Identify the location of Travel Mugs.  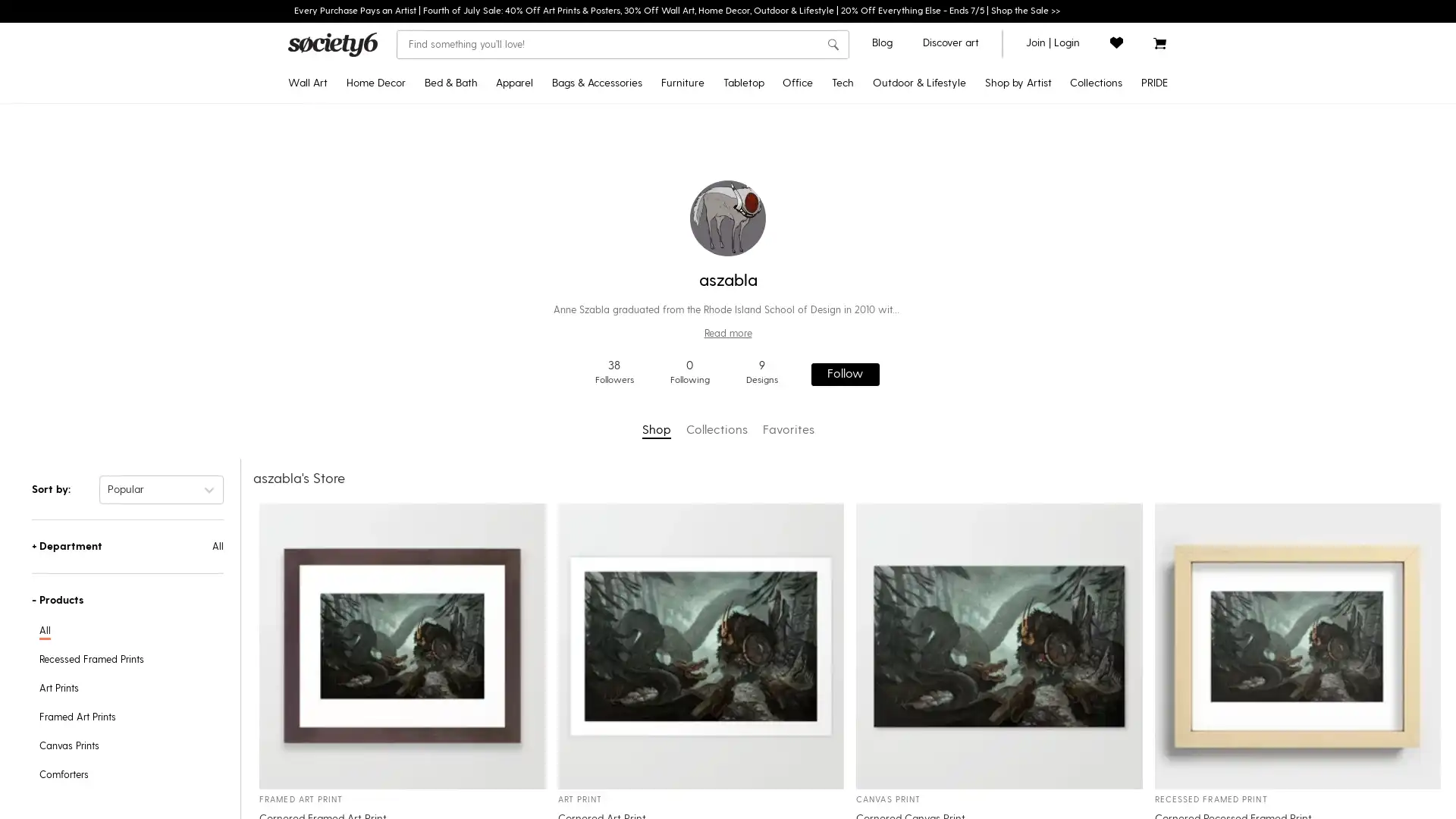
(771, 146).